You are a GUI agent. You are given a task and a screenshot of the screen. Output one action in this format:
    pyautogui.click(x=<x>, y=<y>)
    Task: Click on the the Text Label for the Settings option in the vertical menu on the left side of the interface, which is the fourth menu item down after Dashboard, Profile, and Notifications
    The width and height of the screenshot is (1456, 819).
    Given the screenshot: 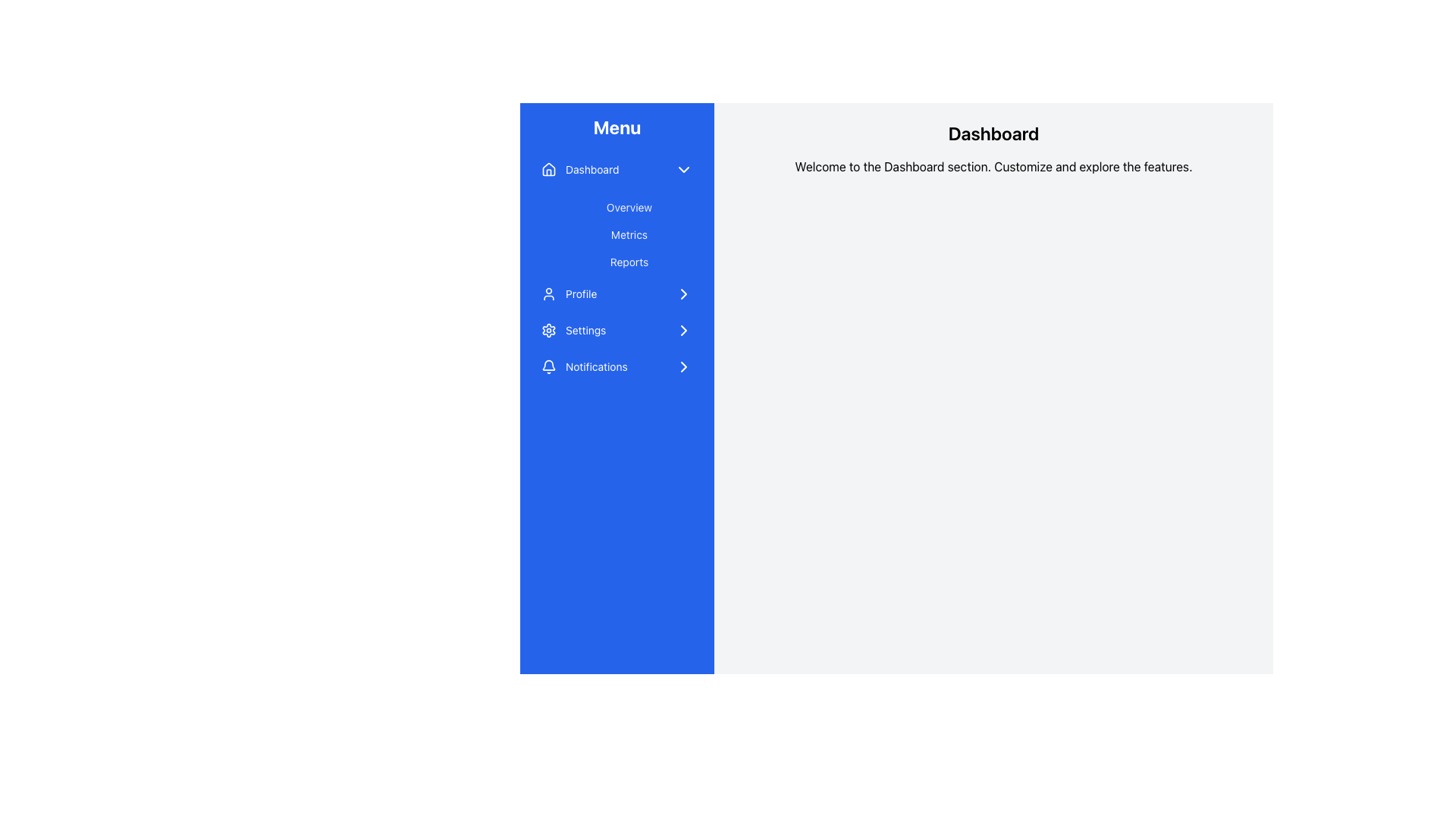 What is the action you would take?
    pyautogui.click(x=585, y=329)
    